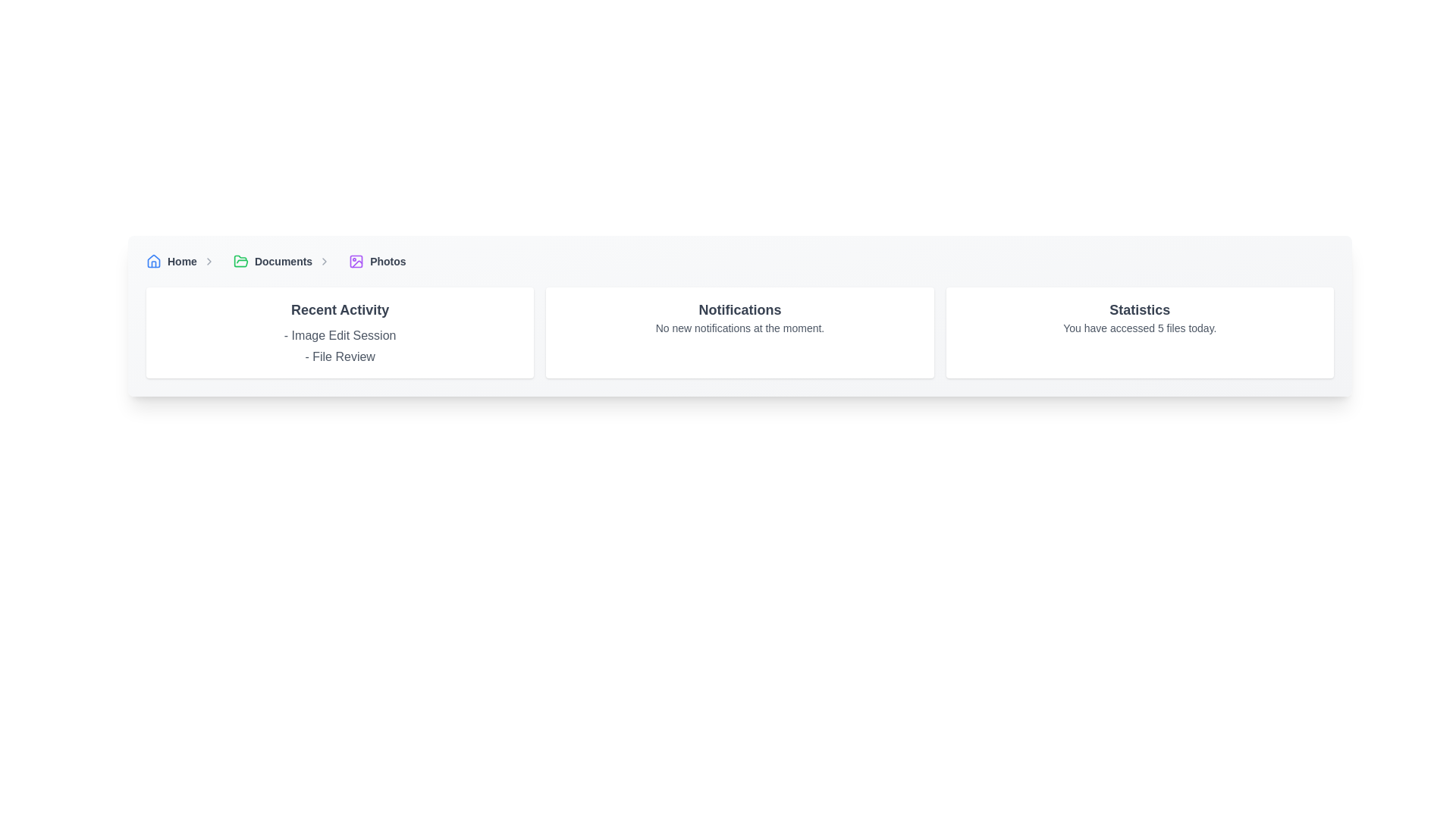  Describe the element at coordinates (339, 356) in the screenshot. I see `the text label displaying '- File Review' located in the 'Recent Activity' section, positioned beneath '- Image Edit Session'` at that location.